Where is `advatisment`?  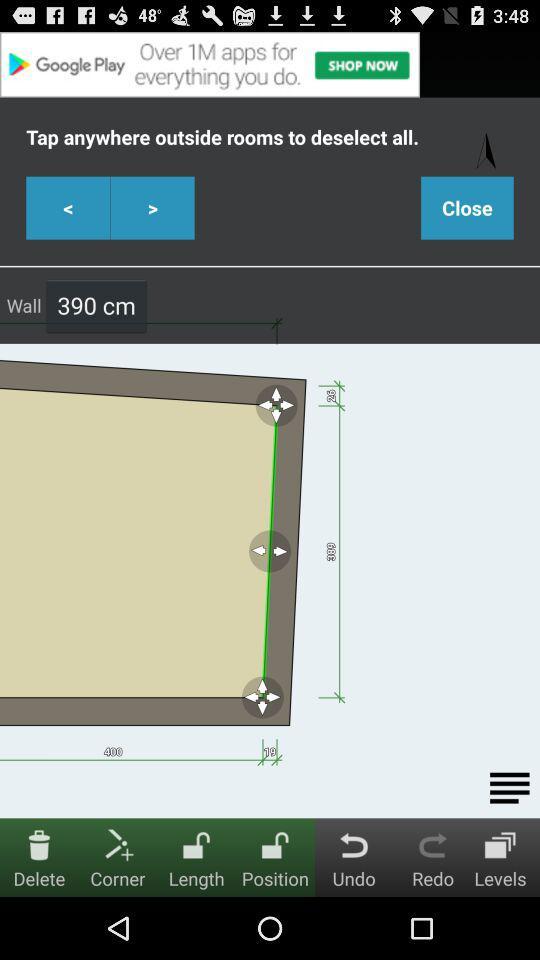
advatisment is located at coordinates (270, 64).